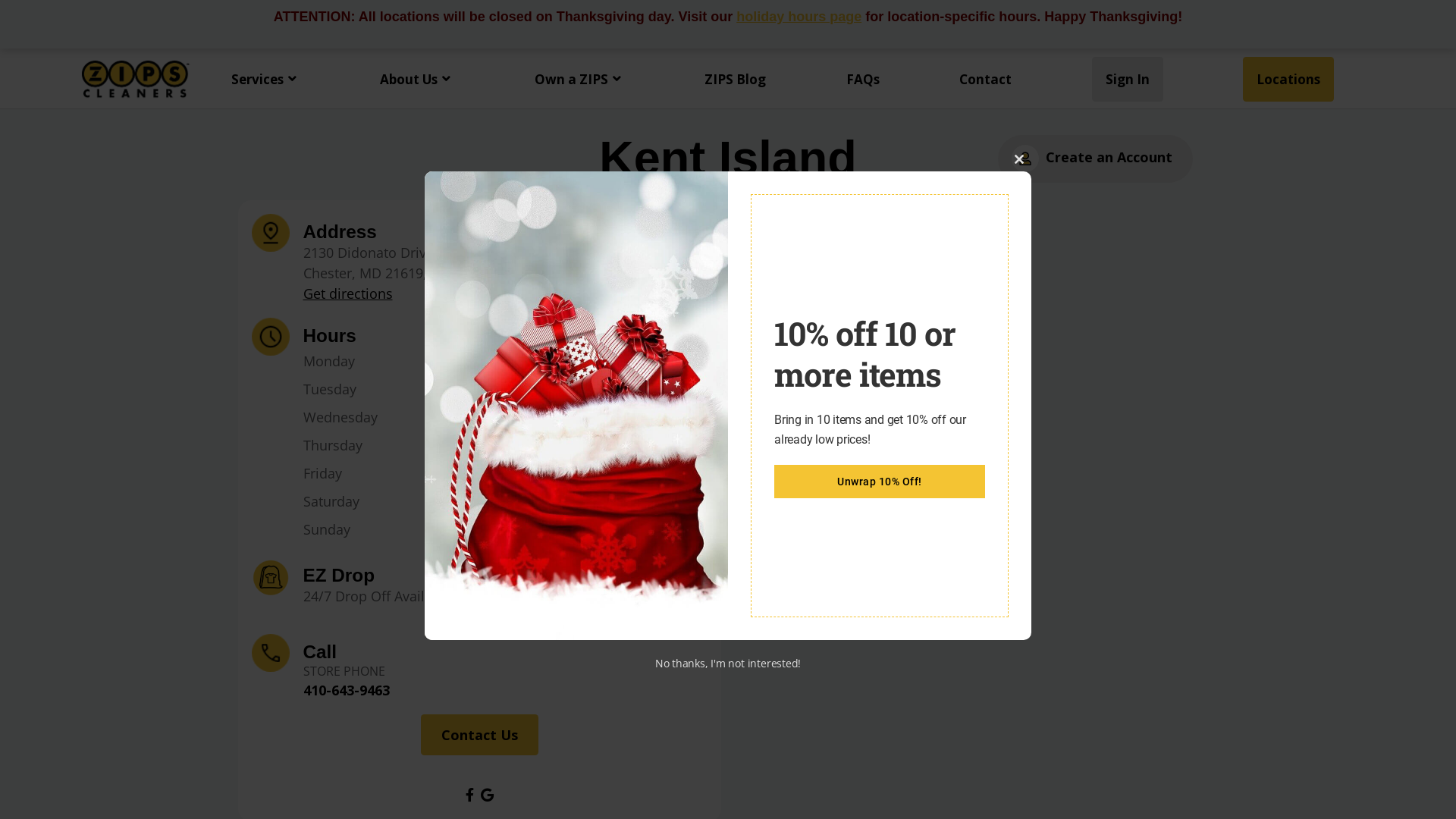  Describe the element at coordinates (798, 17) in the screenshot. I see `'holiday hours page'` at that location.